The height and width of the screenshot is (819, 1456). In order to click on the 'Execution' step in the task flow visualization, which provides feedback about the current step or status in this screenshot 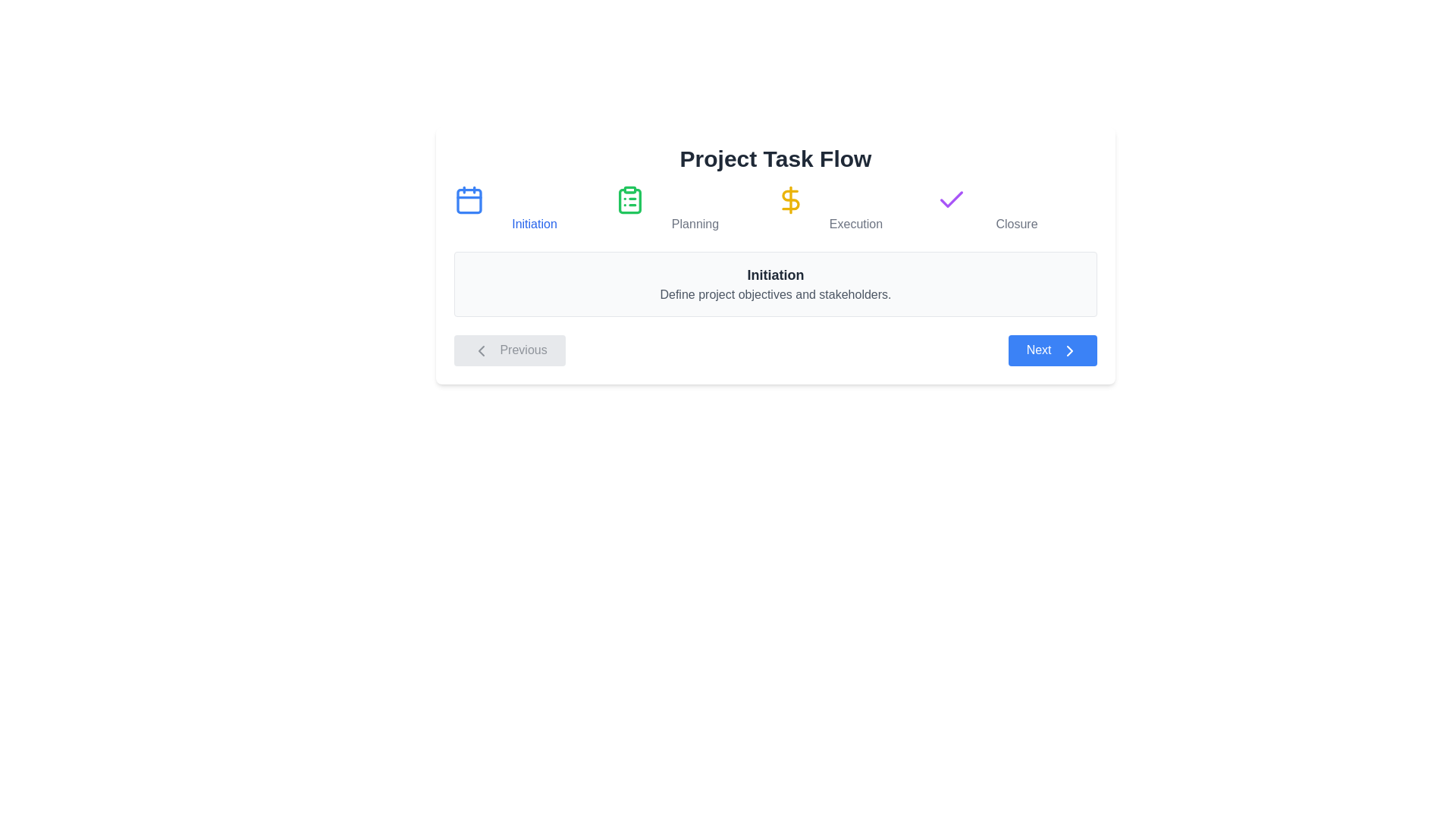, I will do `click(855, 209)`.